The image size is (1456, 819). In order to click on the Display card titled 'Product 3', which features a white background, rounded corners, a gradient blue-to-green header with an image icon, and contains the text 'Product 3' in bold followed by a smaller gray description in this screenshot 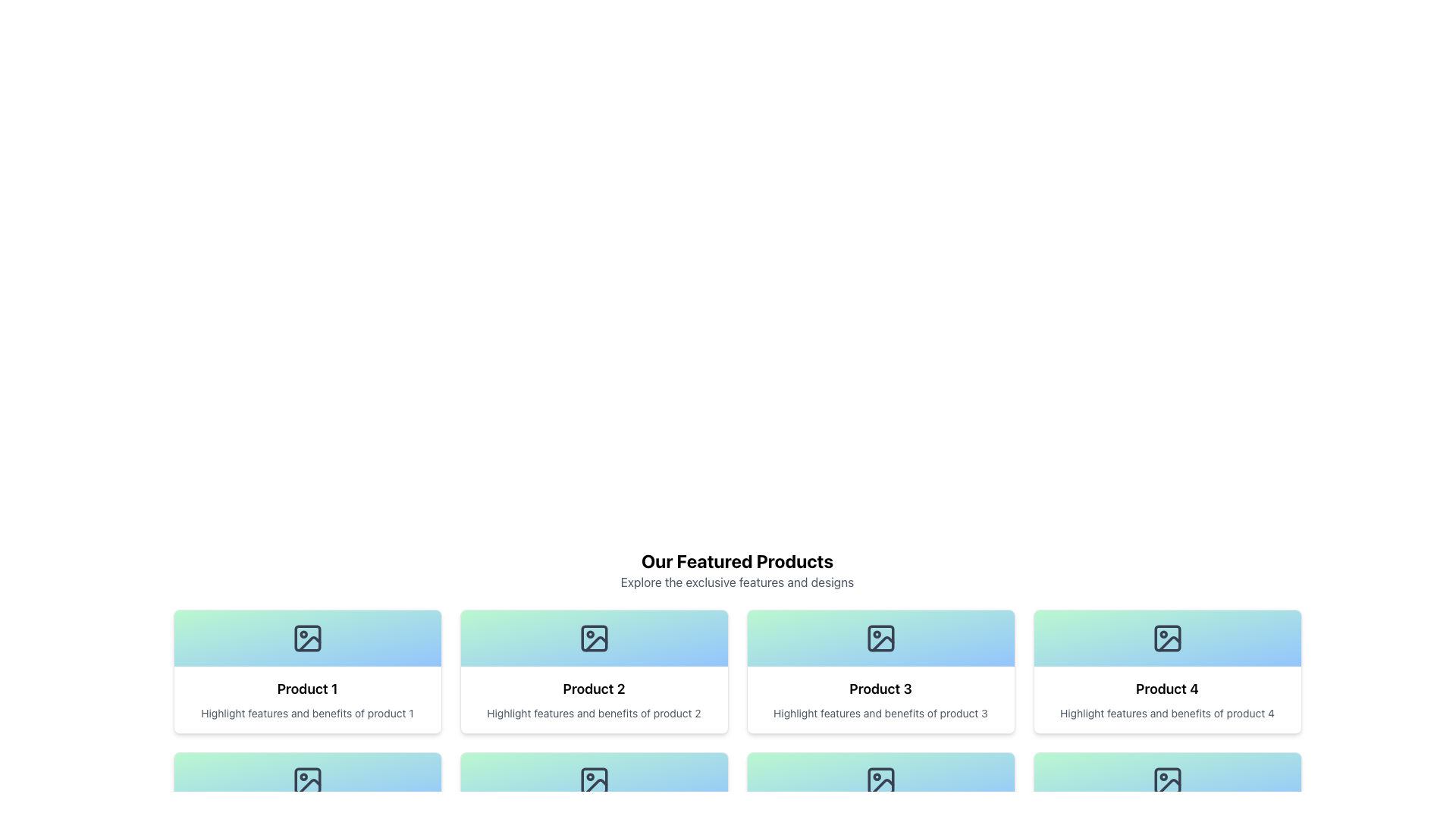, I will do `click(880, 671)`.